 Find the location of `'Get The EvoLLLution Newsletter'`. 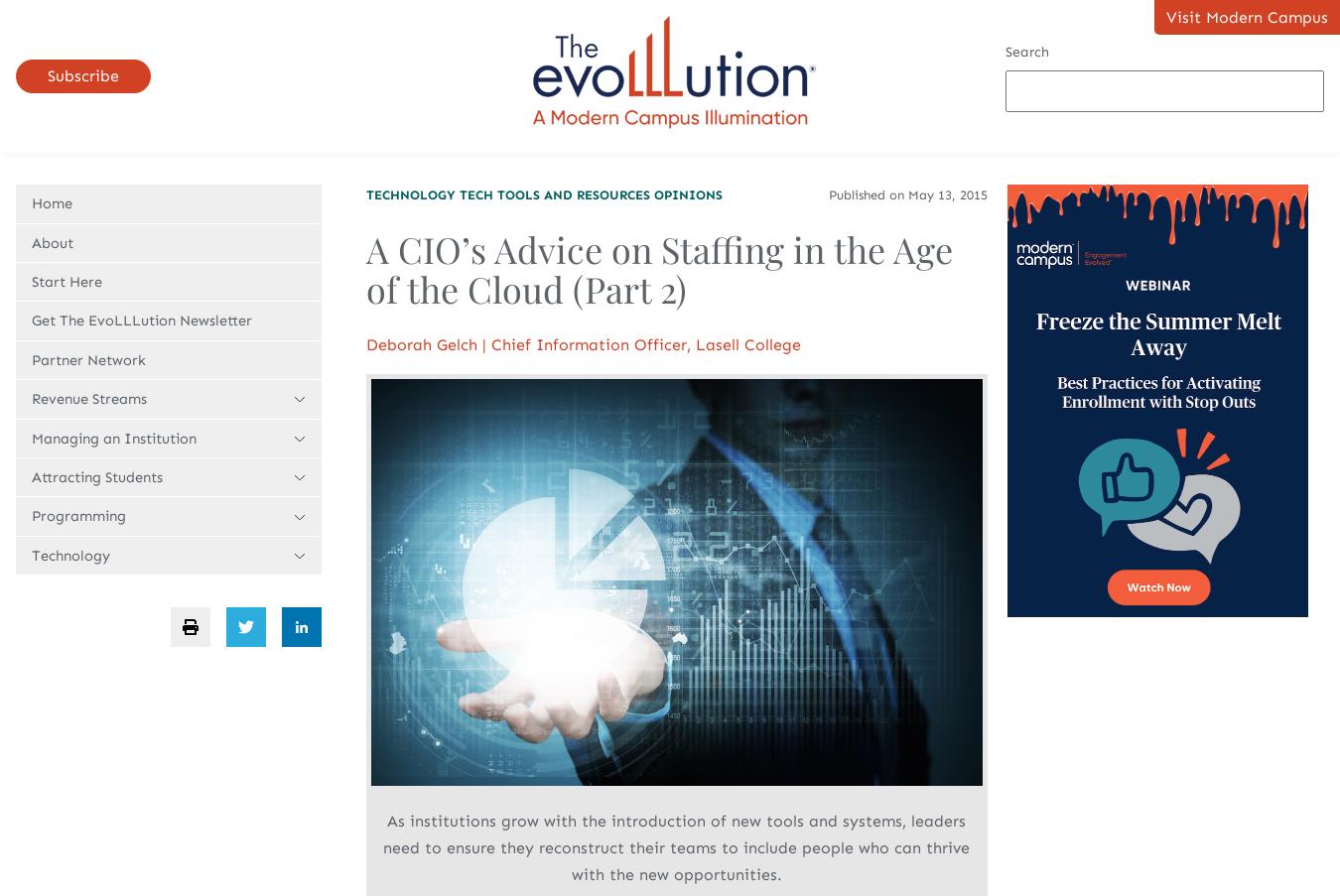

'Get The EvoLLLution Newsletter' is located at coordinates (141, 320).